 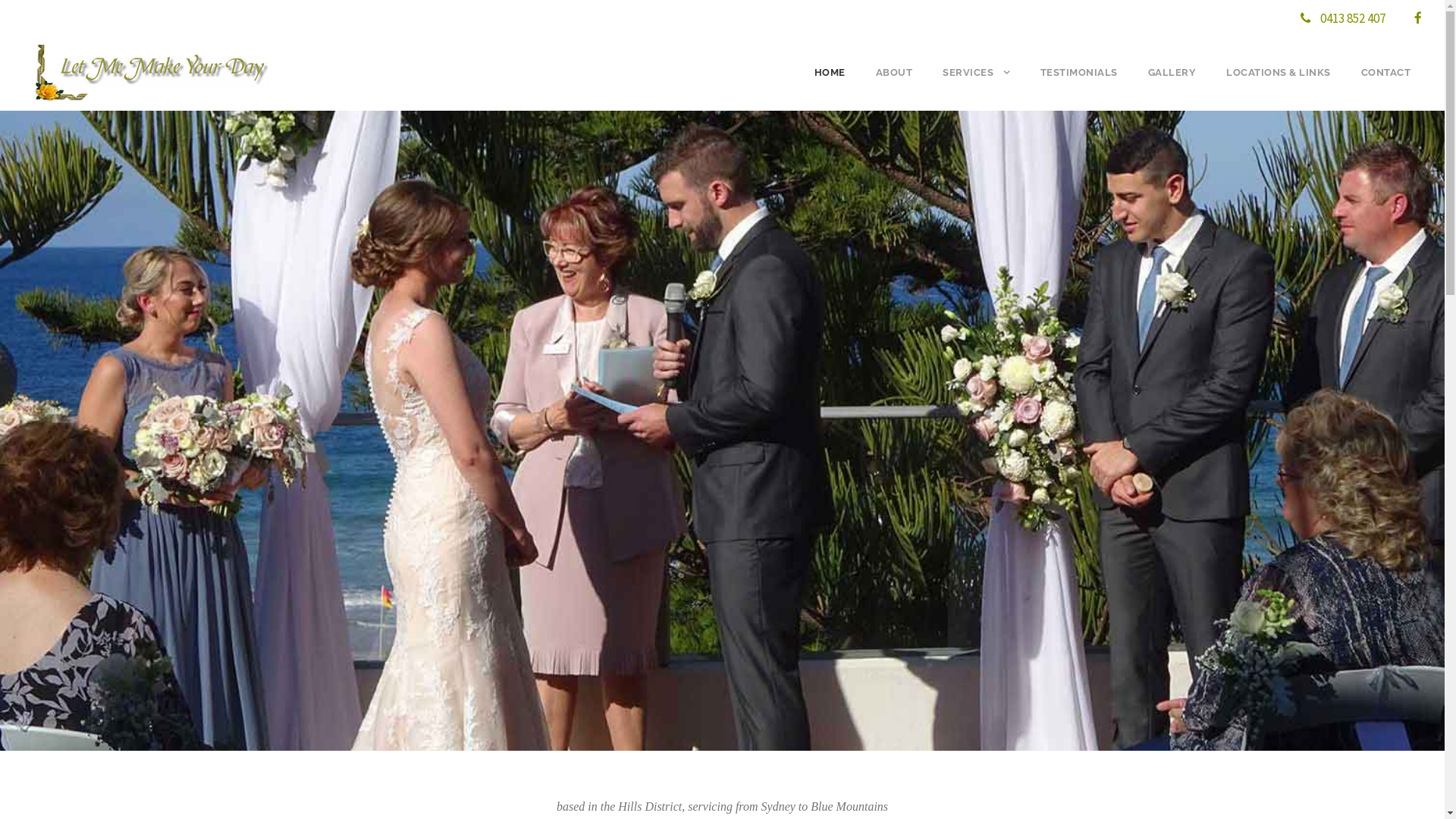 I want to click on 'SERVICES', so click(x=976, y=85).